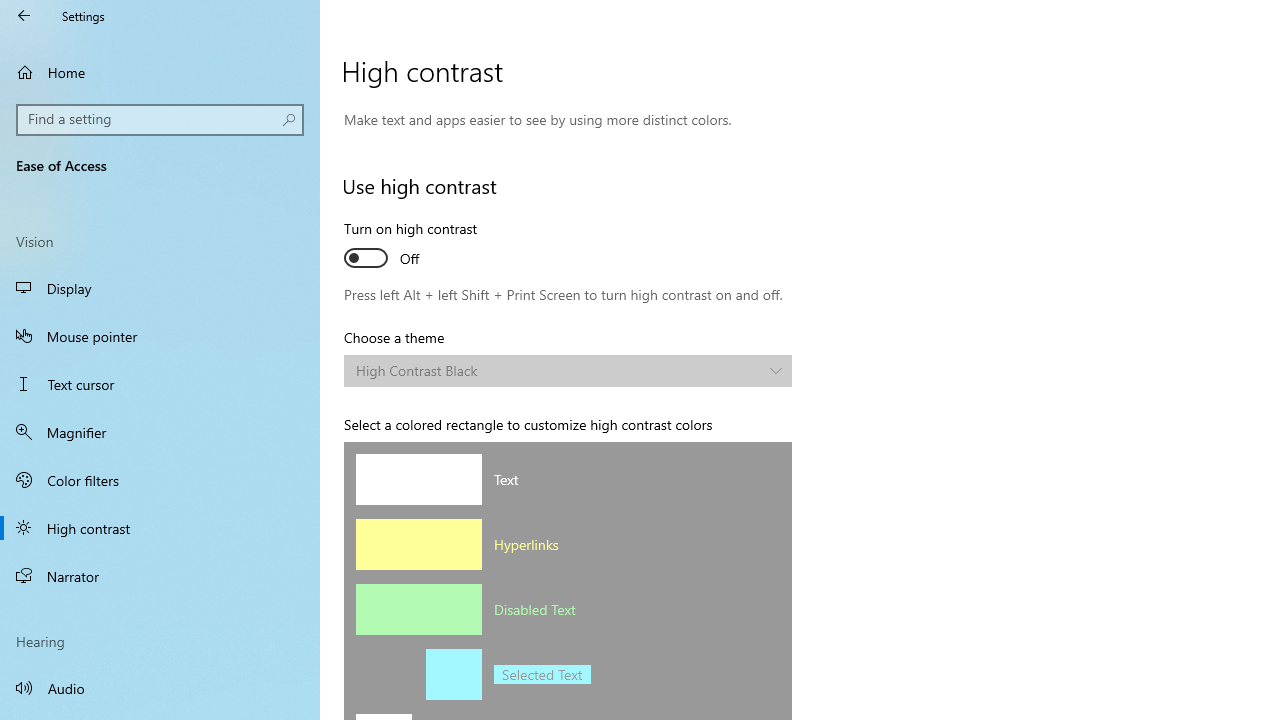  I want to click on 'Text color', so click(417, 479).